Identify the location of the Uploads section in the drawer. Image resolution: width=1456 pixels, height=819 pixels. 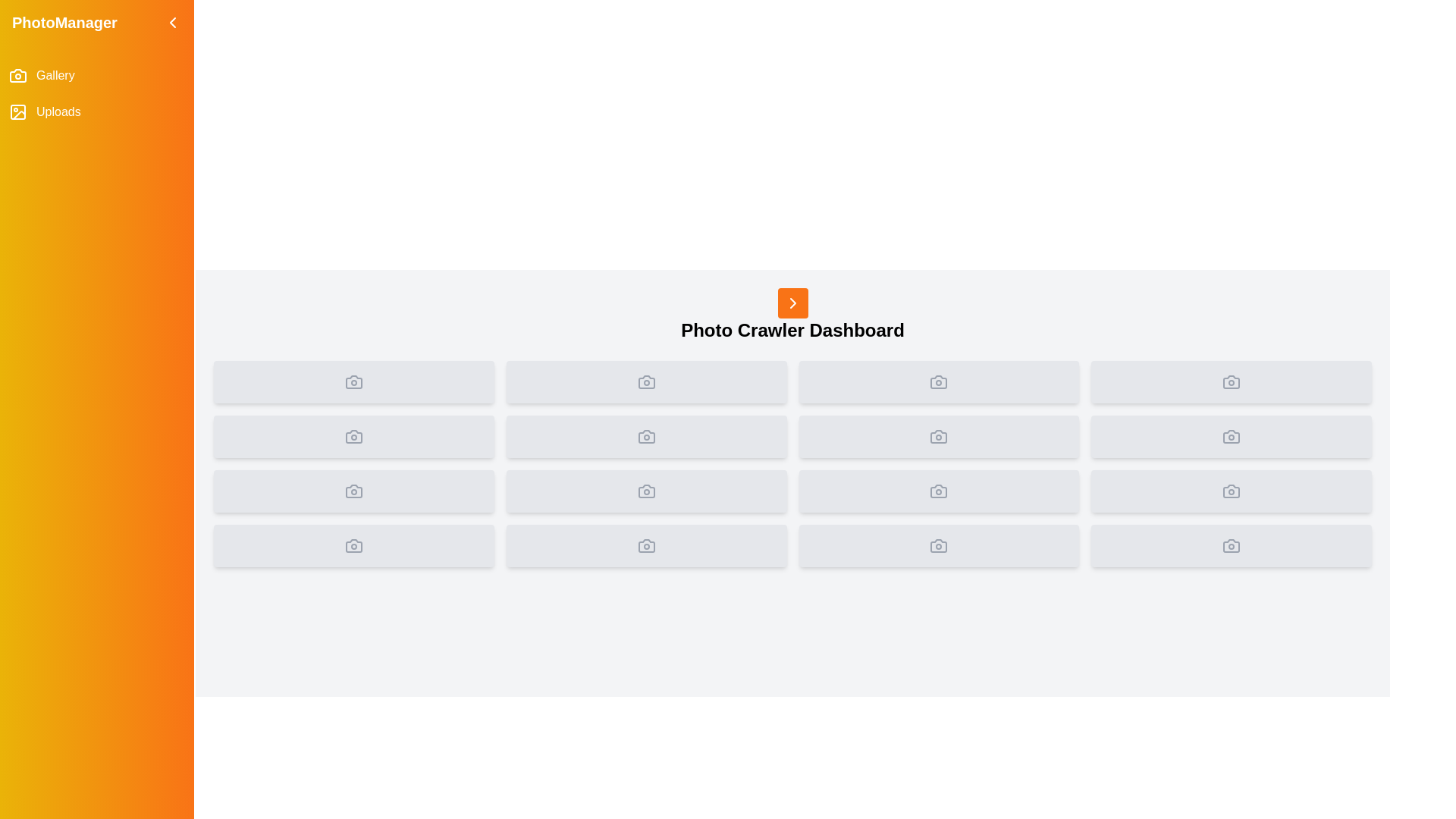
(96, 111).